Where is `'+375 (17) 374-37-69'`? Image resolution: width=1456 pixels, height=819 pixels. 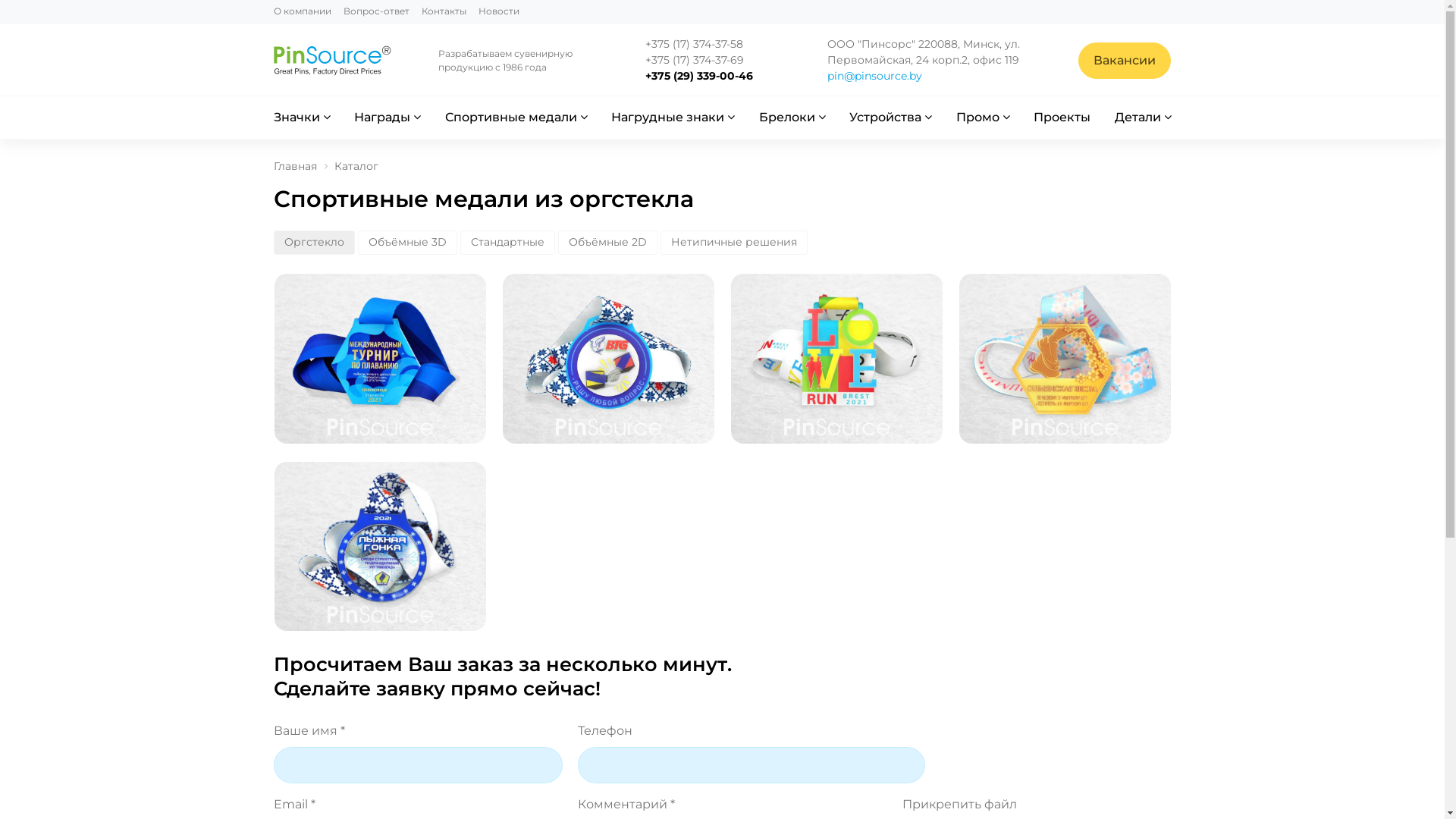
'+375 (17) 374-37-69' is located at coordinates (700, 59).